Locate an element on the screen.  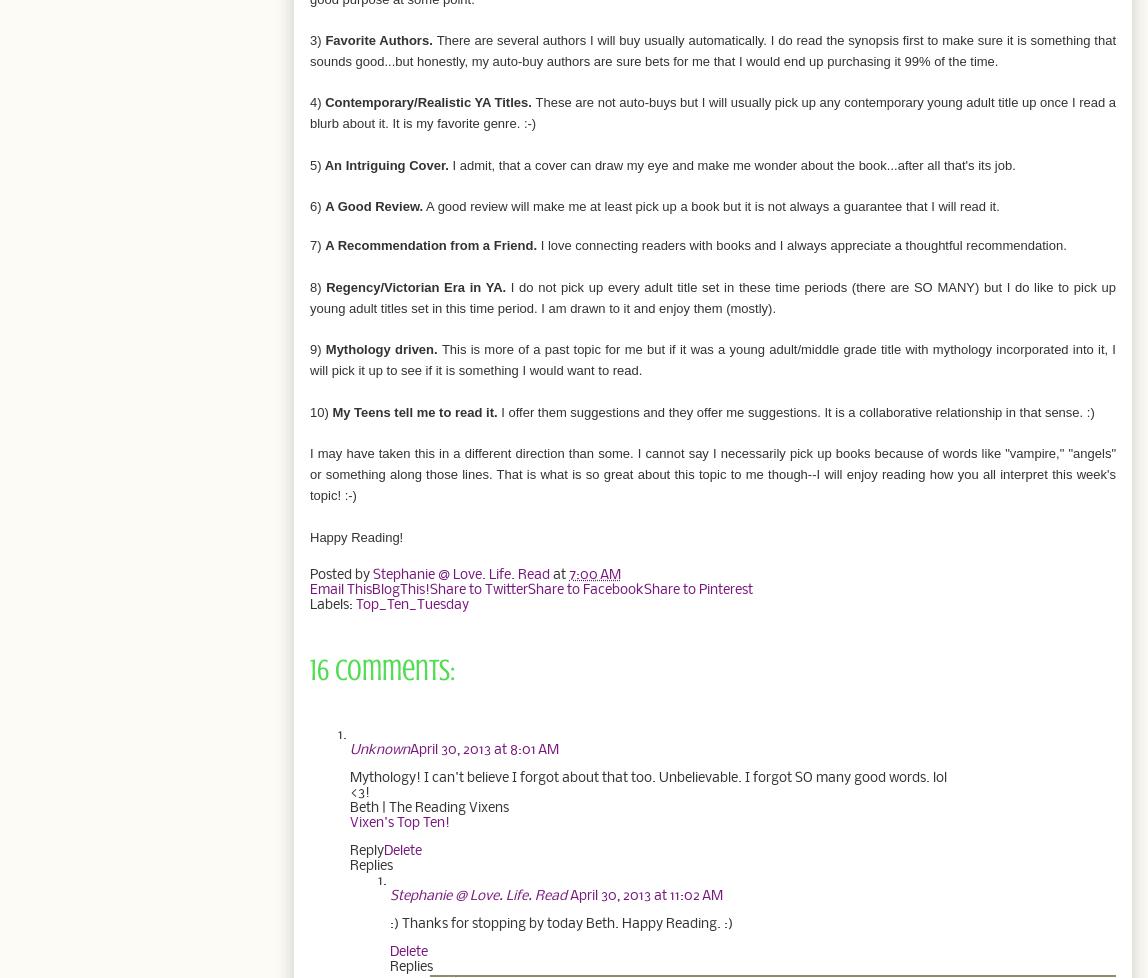
'Favorite Authors.' is located at coordinates (380, 40).